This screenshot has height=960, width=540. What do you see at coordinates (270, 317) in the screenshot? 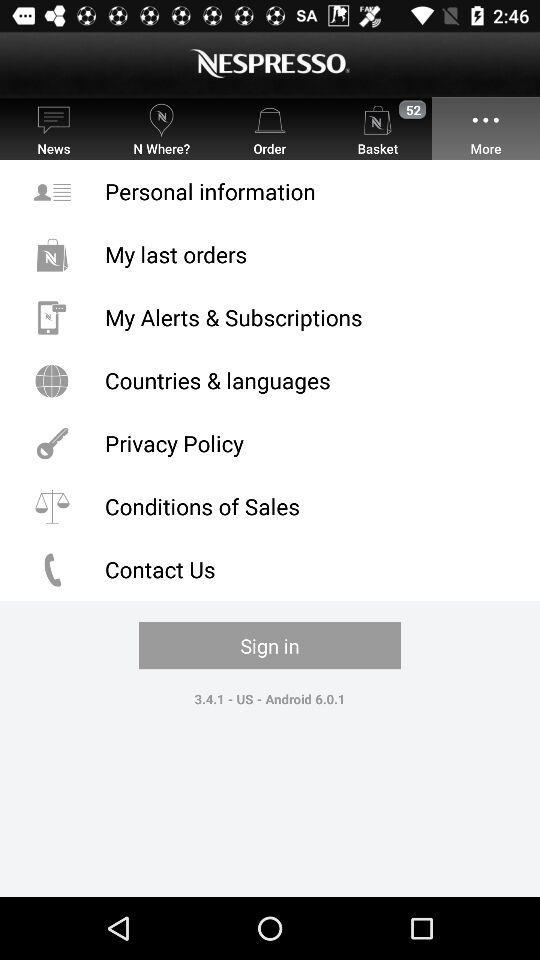
I see `the item above countries & languages item` at bounding box center [270, 317].